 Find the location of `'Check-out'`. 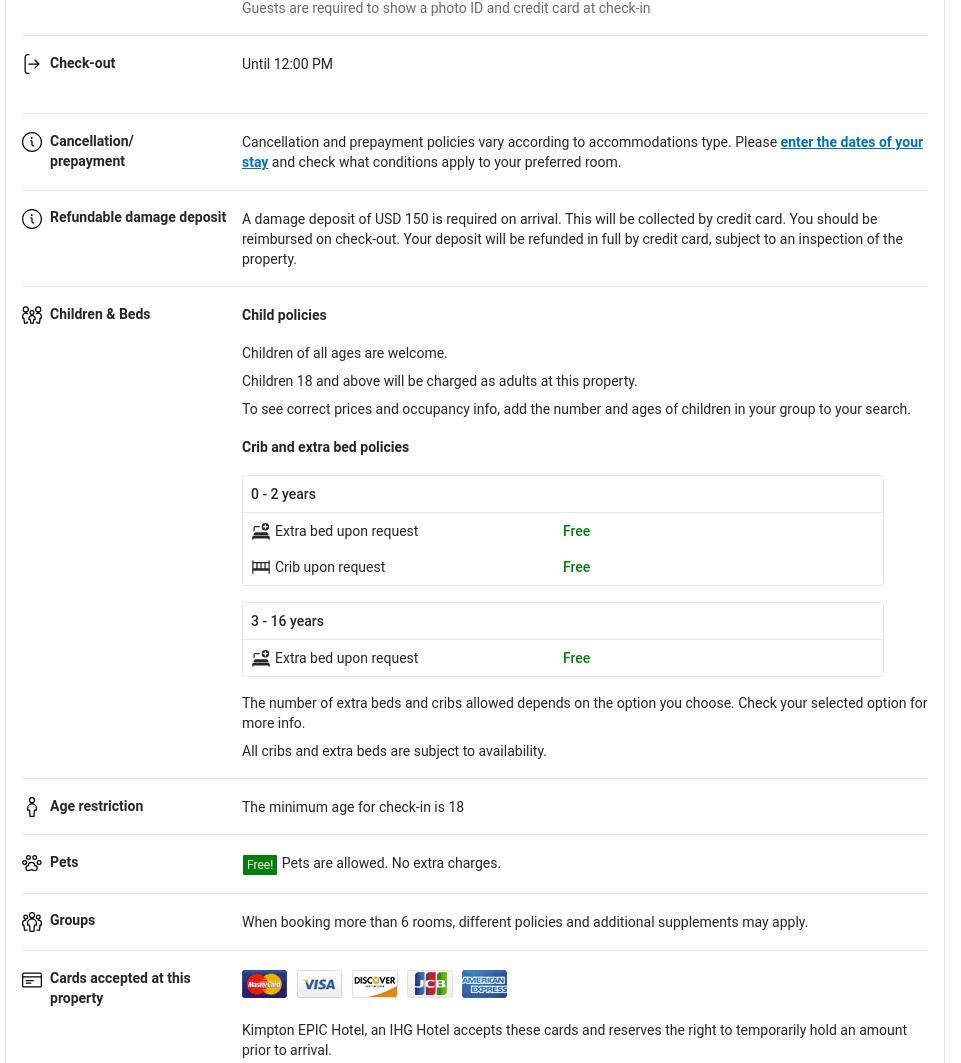

'Check-out' is located at coordinates (48, 61).